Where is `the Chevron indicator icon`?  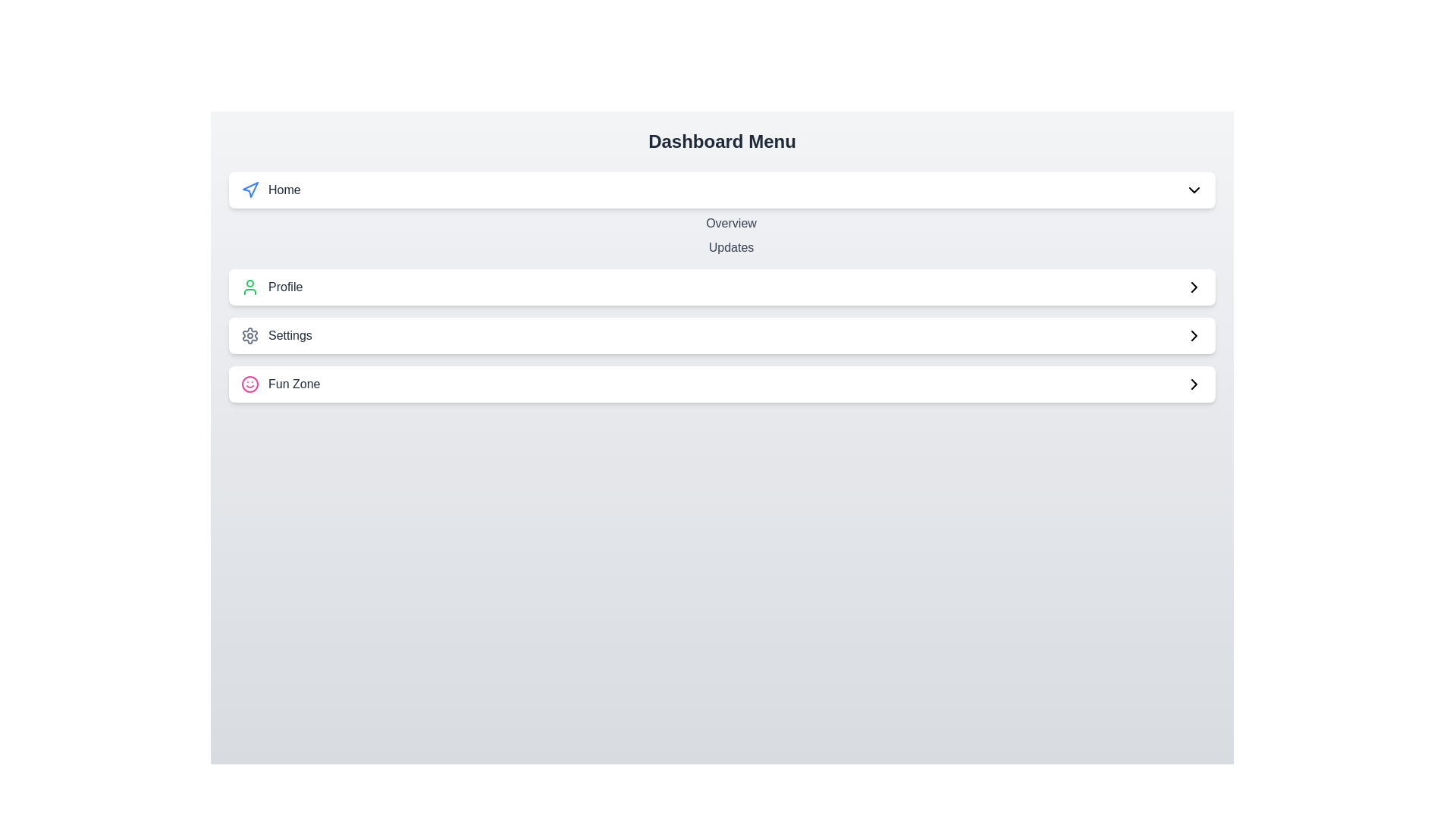 the Chevron indicator icon is located at coordinates (1193, 287).